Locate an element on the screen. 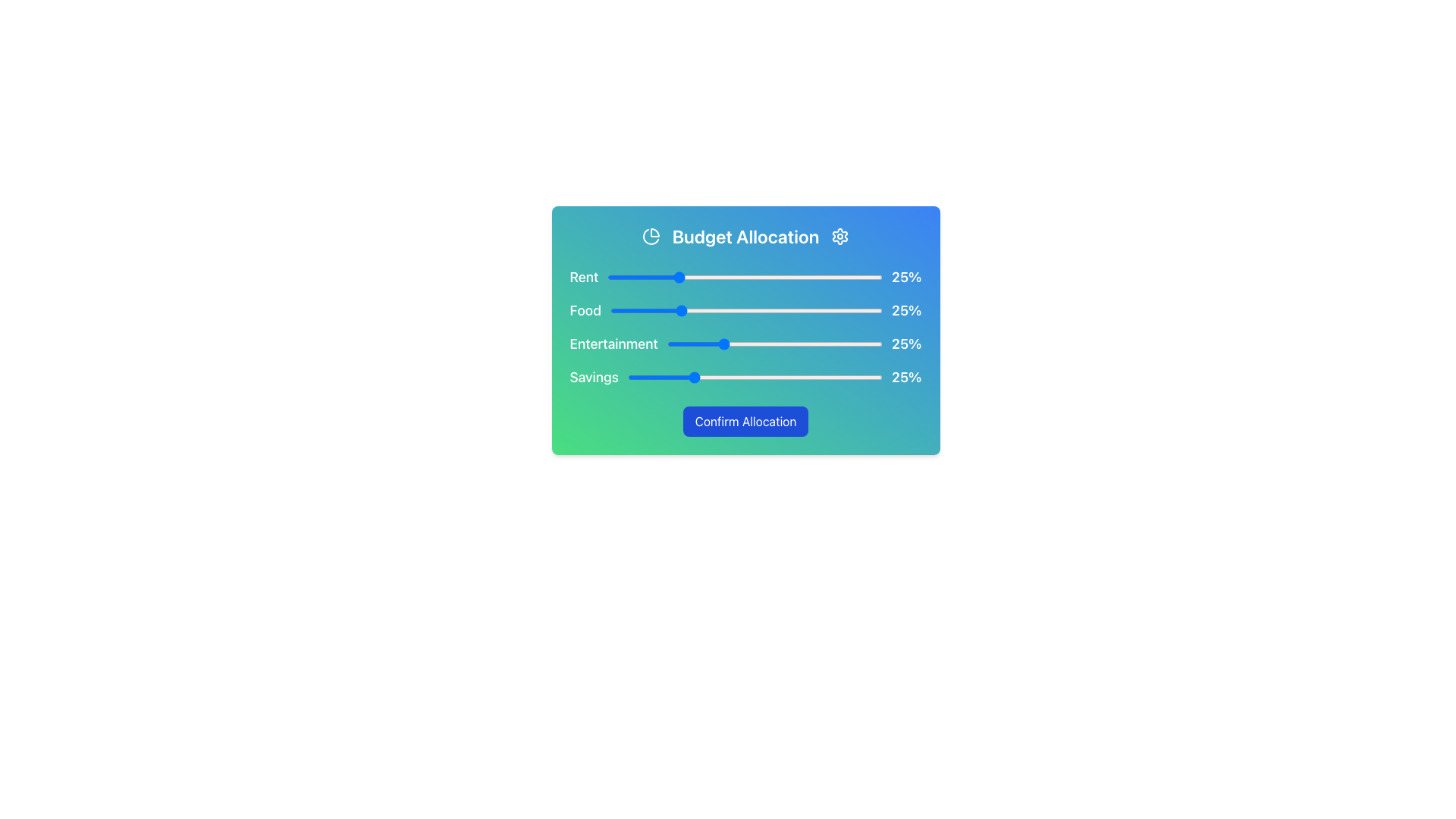 The image size is (1456, 819). the 'Rent' allocation slider is located at coordinates (866, 278).